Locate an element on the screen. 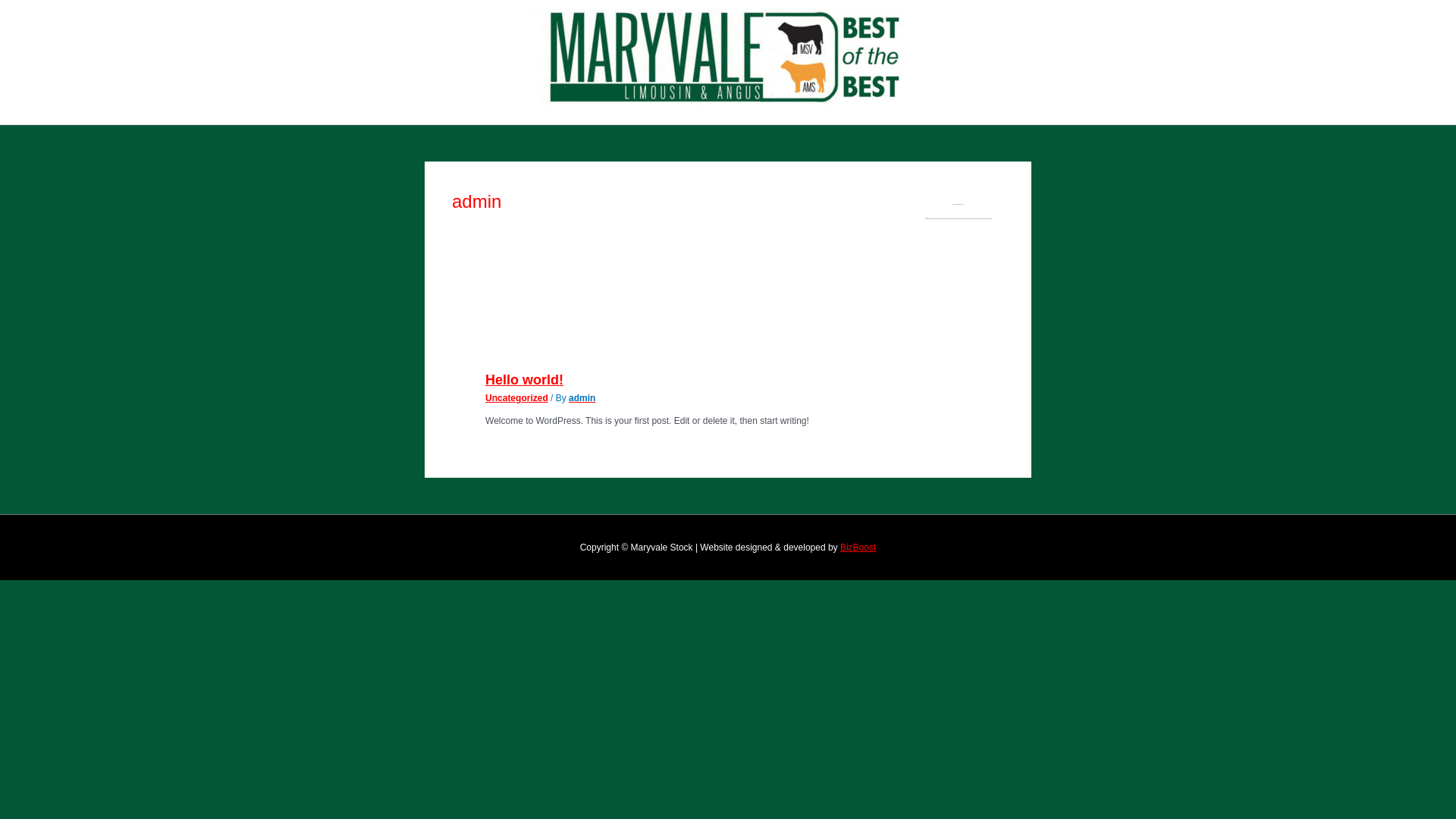 This screenshot has width=1456, height=819. 'admin' is located at coordinates (581, 397).